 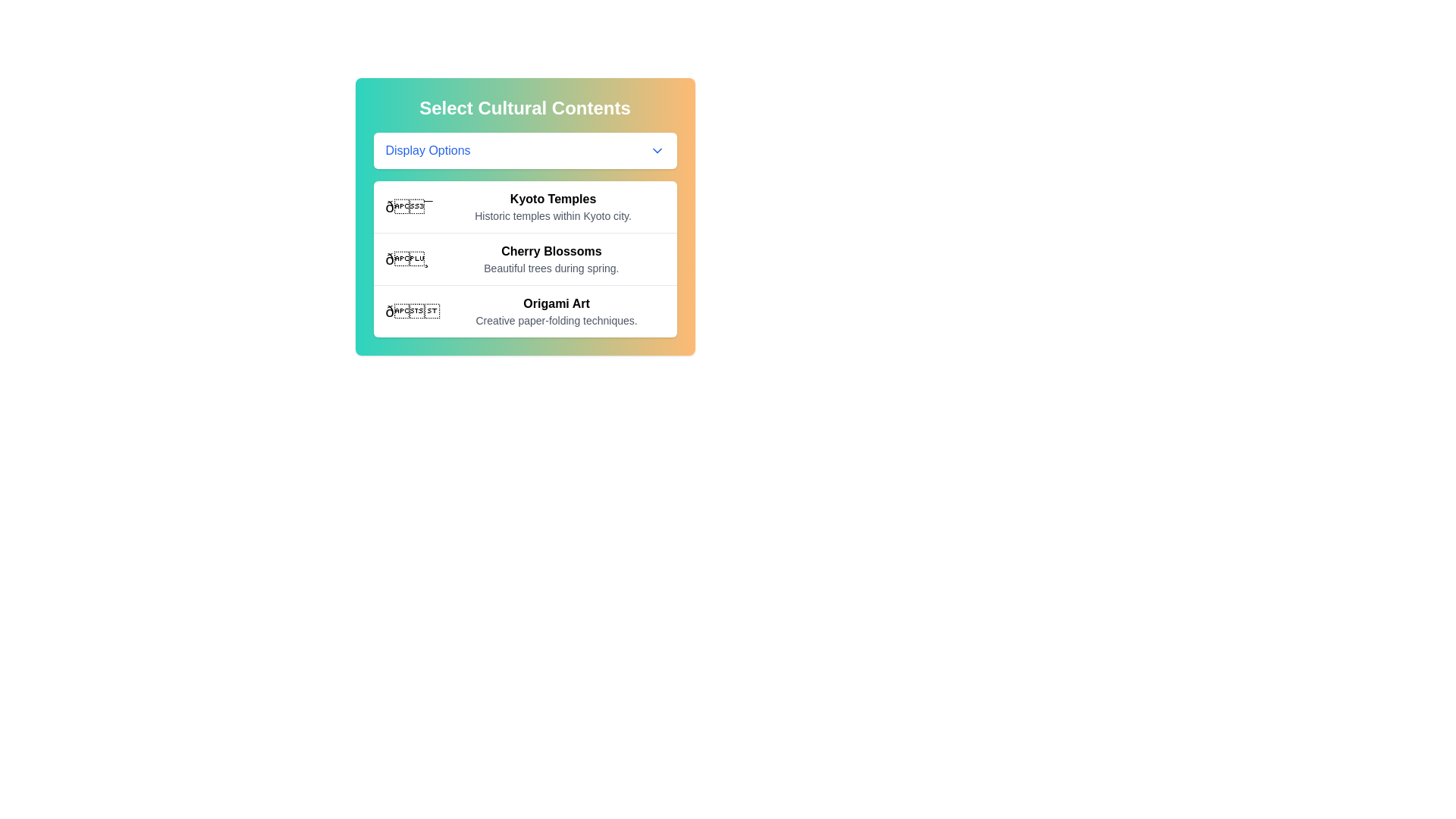 I want to click on text label that displays 'Historic temples within Kyoto city.' located below the title 'Kyoto Temples.', so click(x=552, y=216).